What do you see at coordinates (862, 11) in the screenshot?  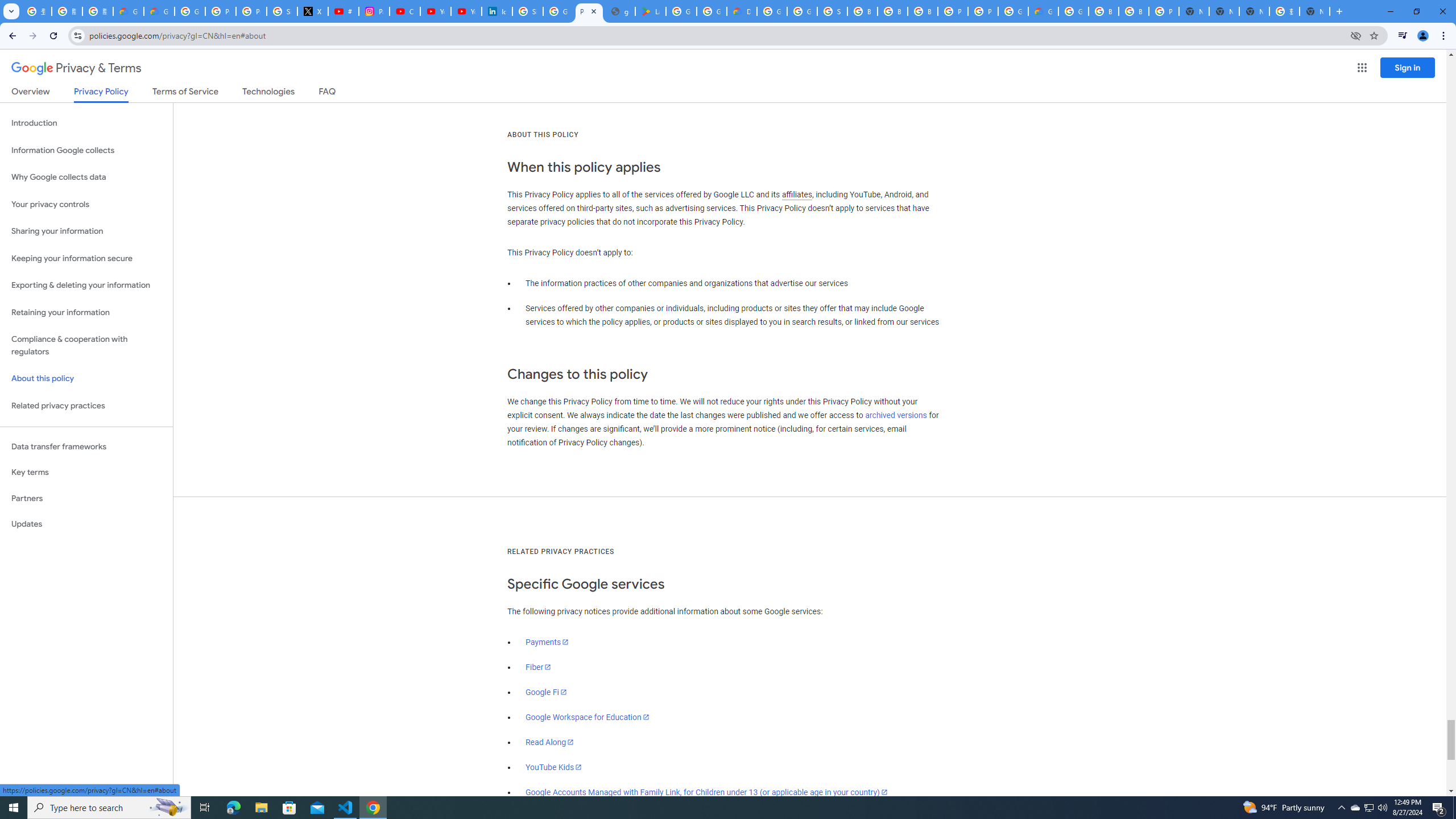 I see `'Browse Chrome as a guest - Computer - Google Chrome Help'` at bounding box center [862, 11].